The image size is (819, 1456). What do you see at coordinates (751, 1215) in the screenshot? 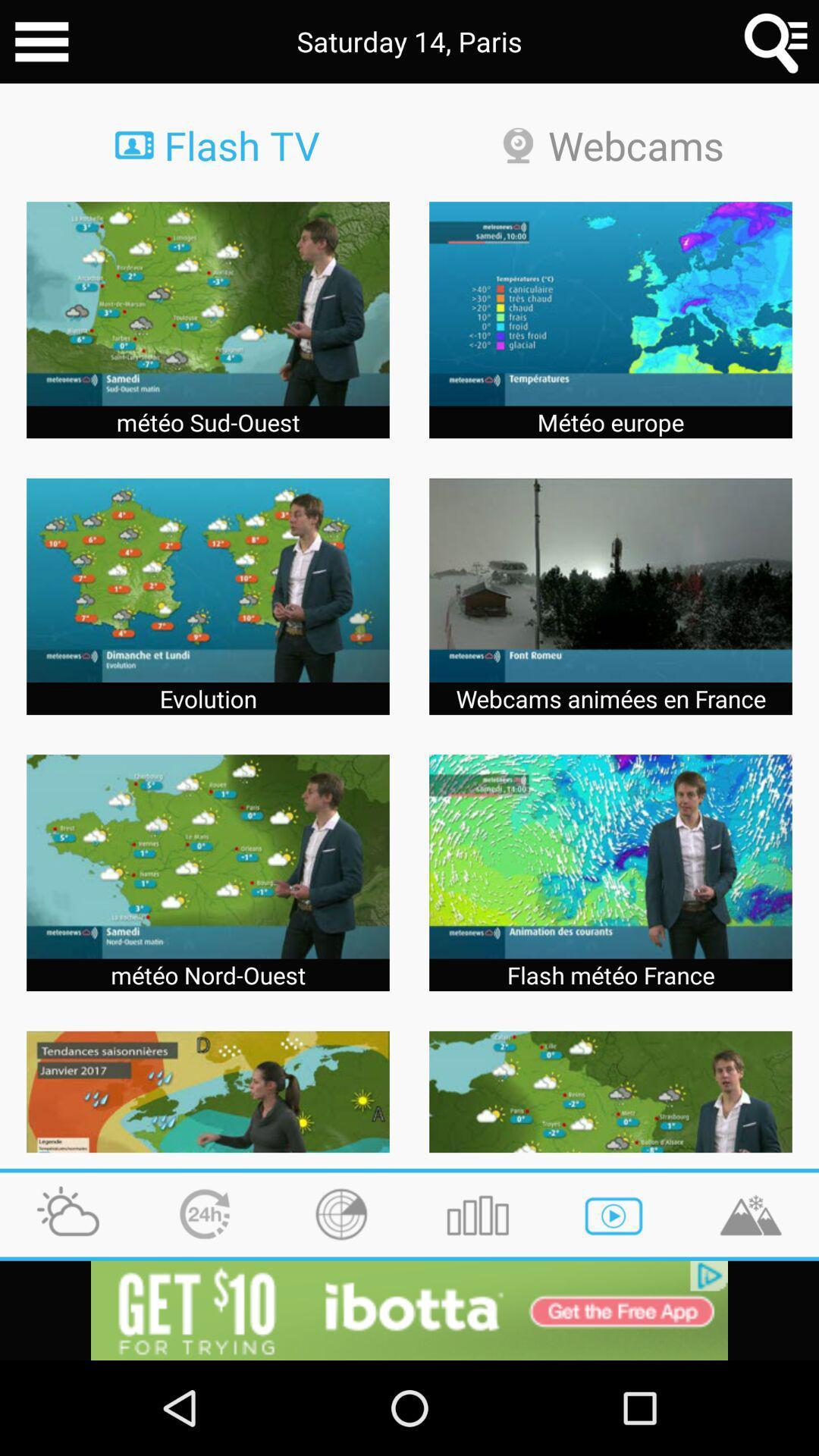
I see `the icon which is at bottom right side of the page` at bounding box center [751, 1215].